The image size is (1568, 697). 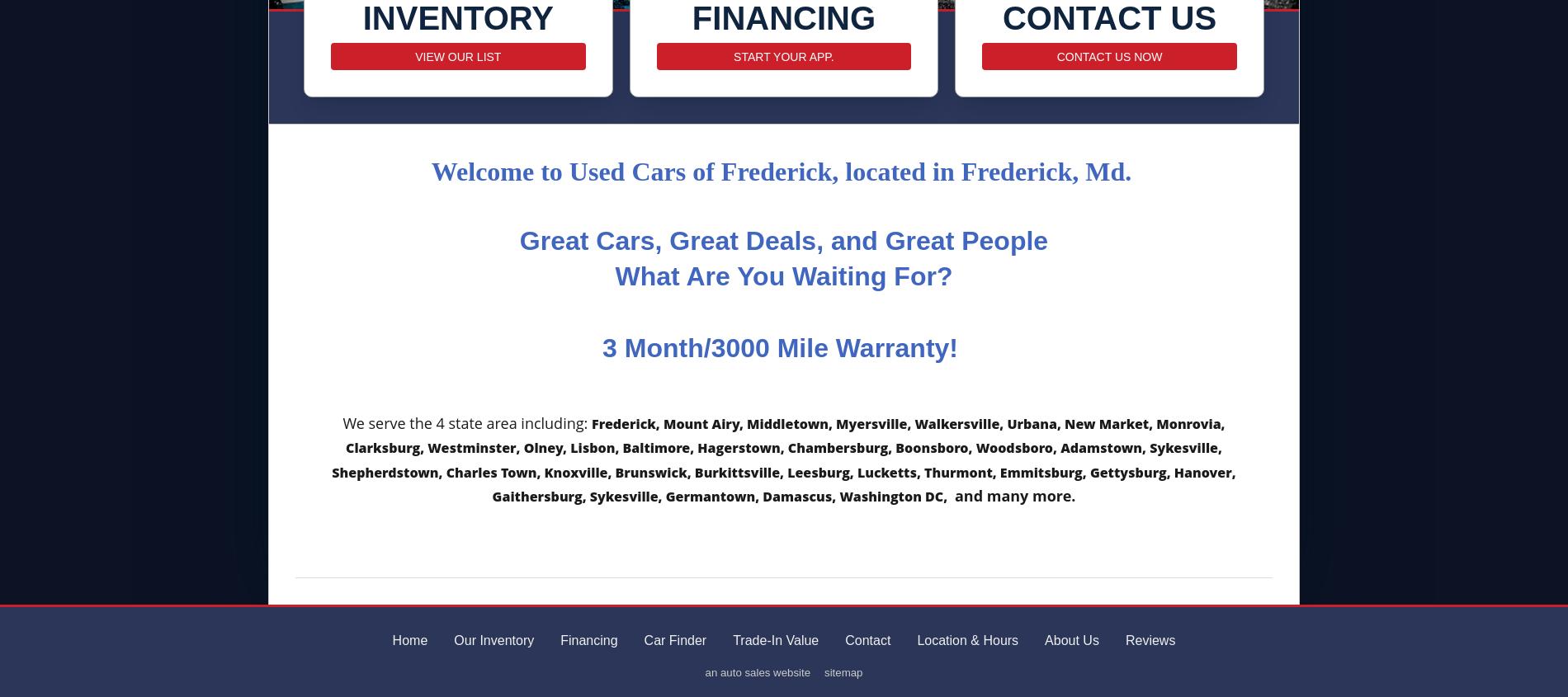 What do you see at coordinates (916, 639) in the screenshot?
I see `'Location & Hours'` at bounding box center [916, 639].